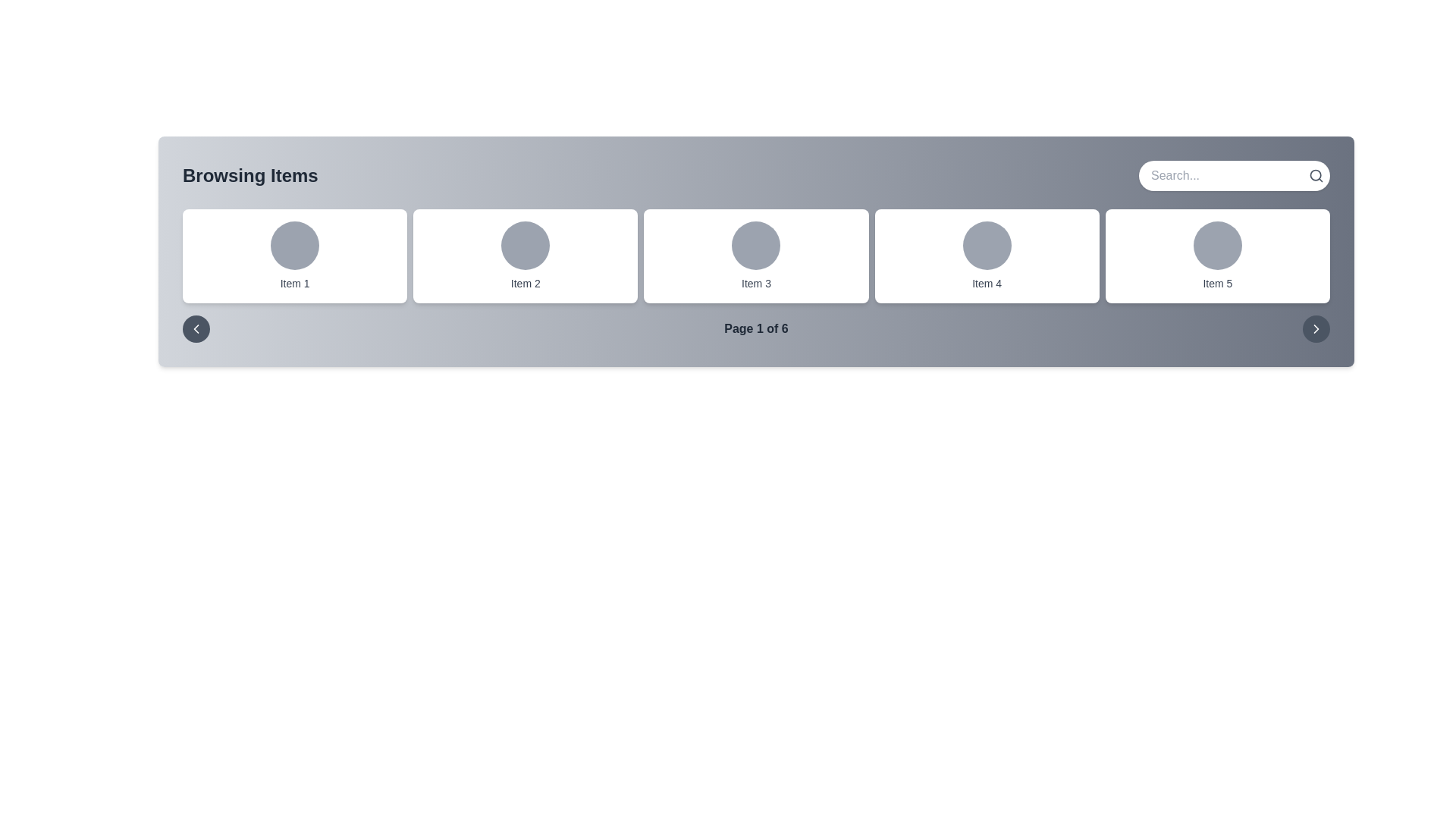 Image resolution: width=1456 pixels, height=819 pixels. What do you see at coordinates (1315, 174) in the screenshot?
I see `the circular part of the magnifying glass icon located in the top right side of the header, which serves as a visual cue for the search action` at bounding box center [1315, 174].